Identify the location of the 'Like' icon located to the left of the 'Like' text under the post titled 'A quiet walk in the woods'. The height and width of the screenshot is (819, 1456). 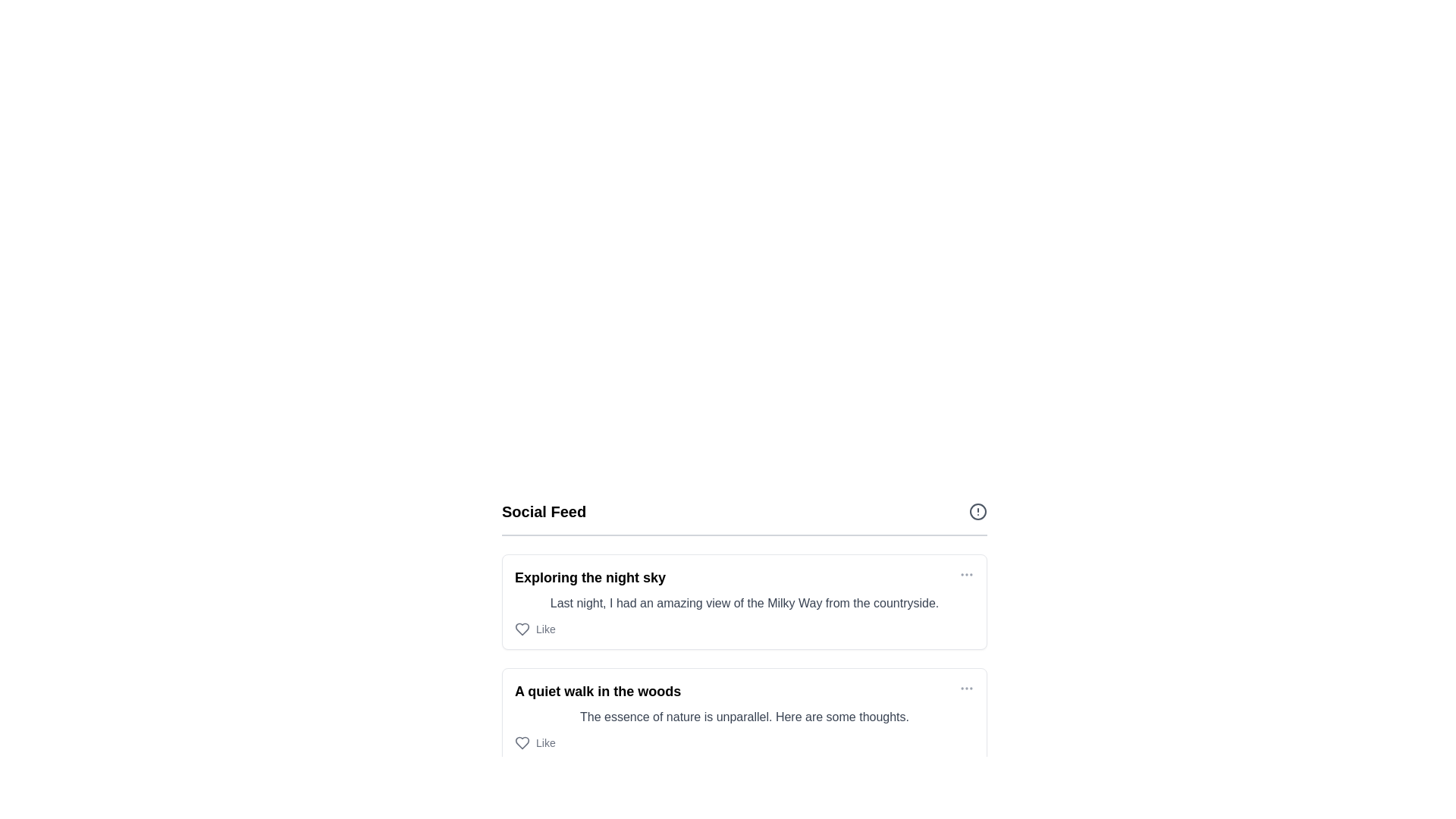
(522, 742).